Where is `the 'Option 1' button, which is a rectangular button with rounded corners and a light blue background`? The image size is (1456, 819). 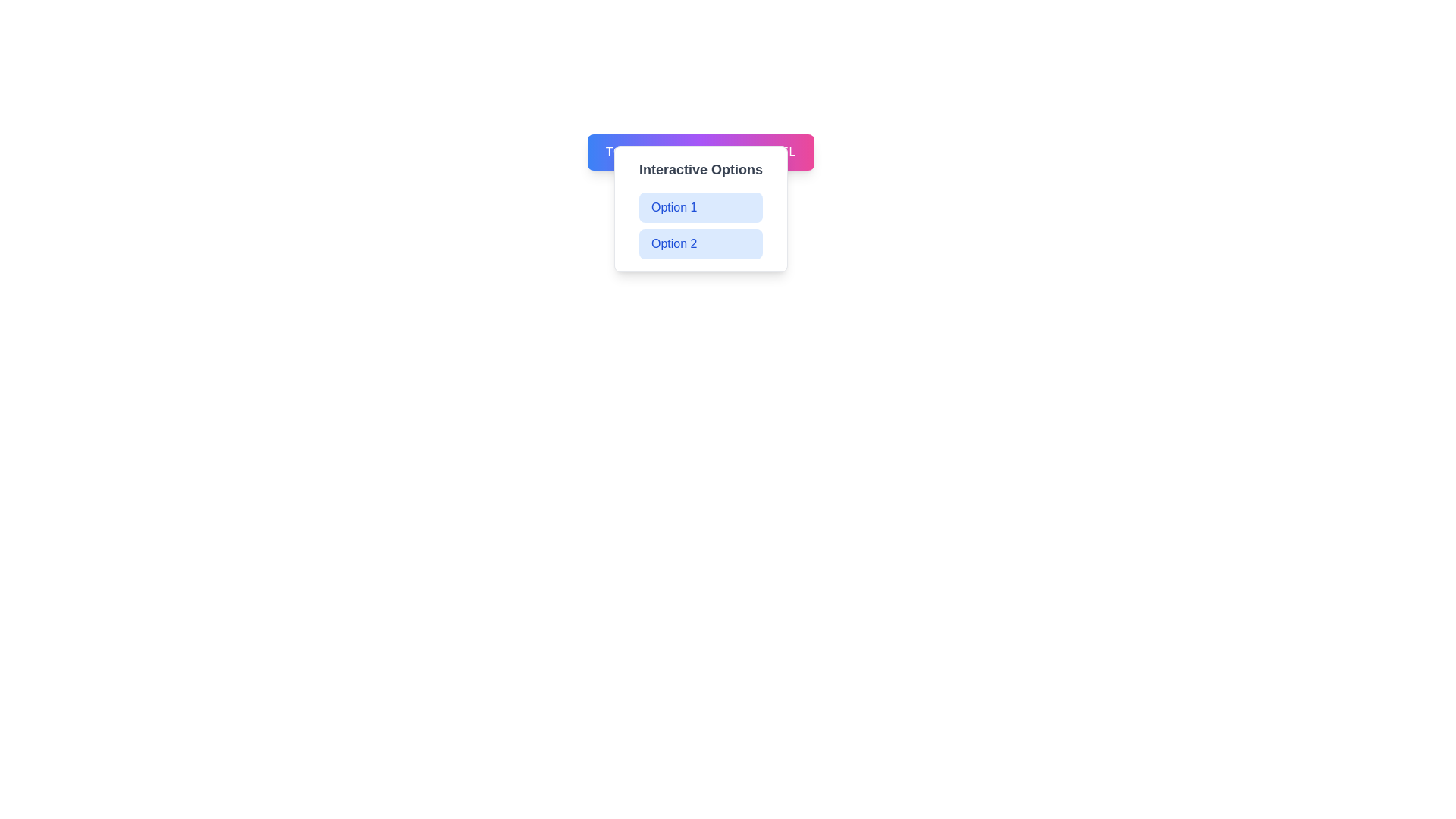 the 'Option 1' button, which is a rectangular button with rounded corners and a light blue background is located at coordinates (700, 207).